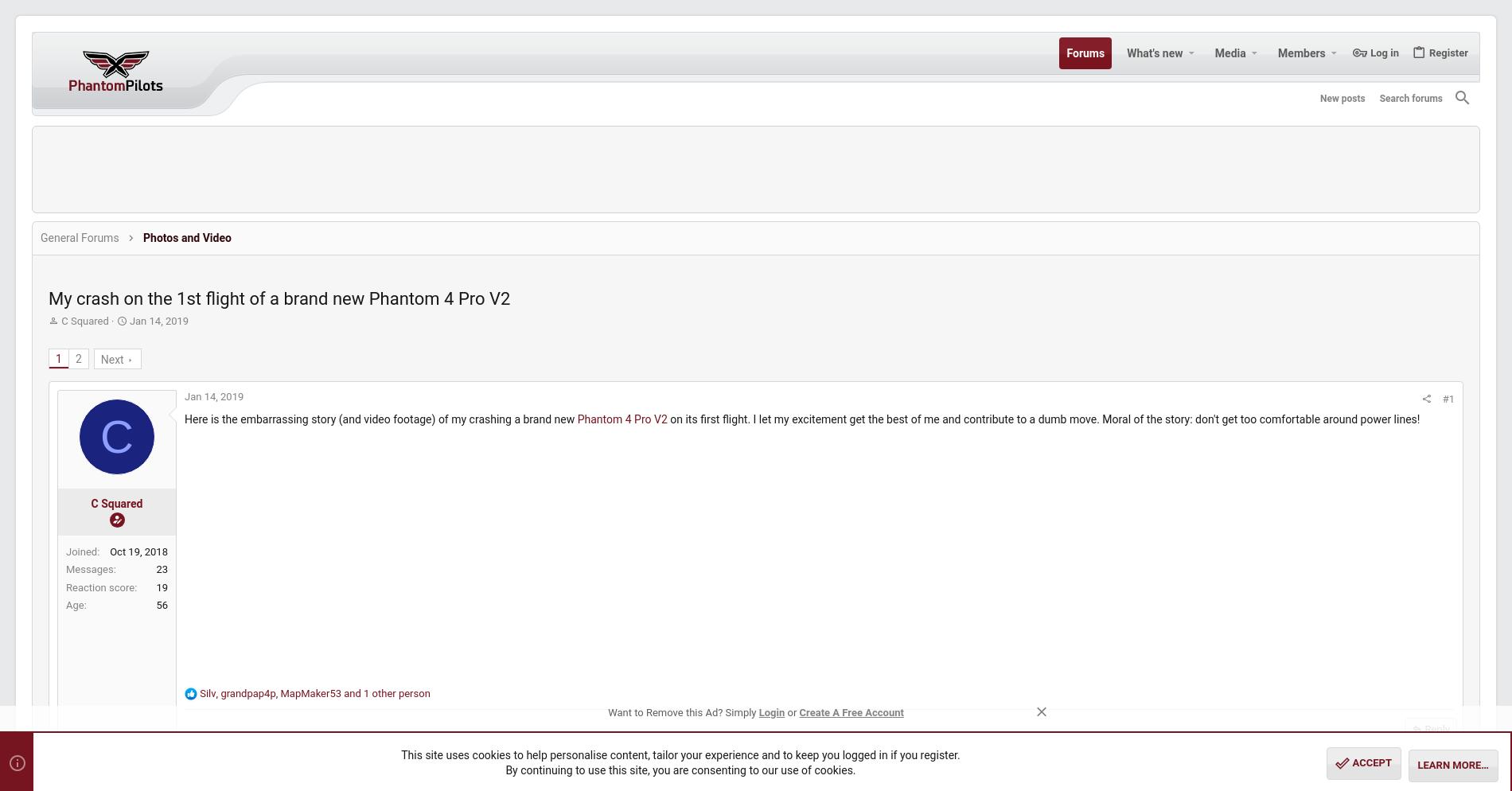  Describe the element at coordinates (1345, 51) in the screenshot. I see `'Log in'` at that location.